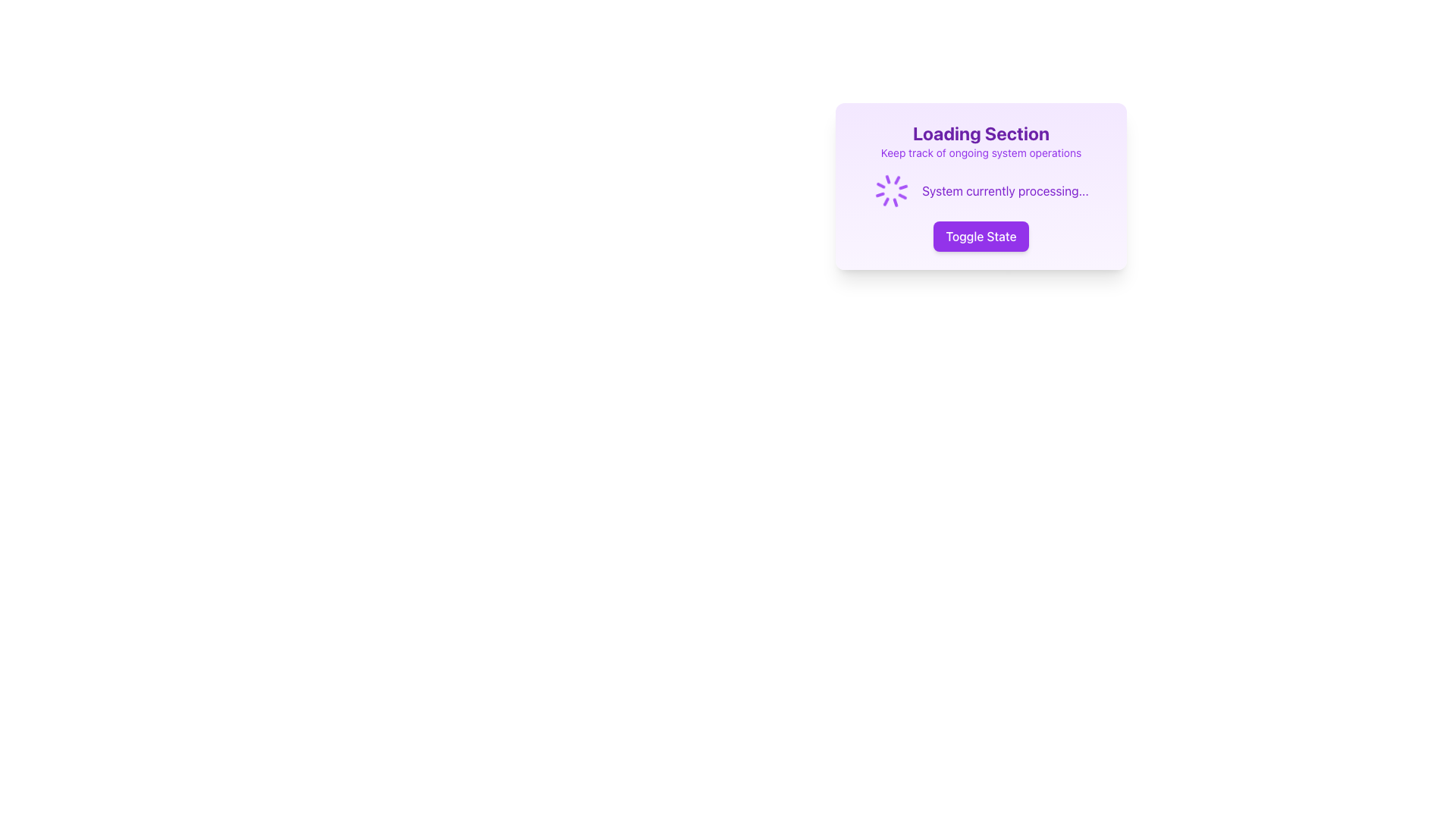 The width and height of the screenshot is (1456, 819). What do you see at coordinates (981, 237) in the screenshot?
I see `the button located at the bottom of the card-like UI component with a purple gradient background, beneath the text 'System currently processing...'` at bounding box center [981, 237].